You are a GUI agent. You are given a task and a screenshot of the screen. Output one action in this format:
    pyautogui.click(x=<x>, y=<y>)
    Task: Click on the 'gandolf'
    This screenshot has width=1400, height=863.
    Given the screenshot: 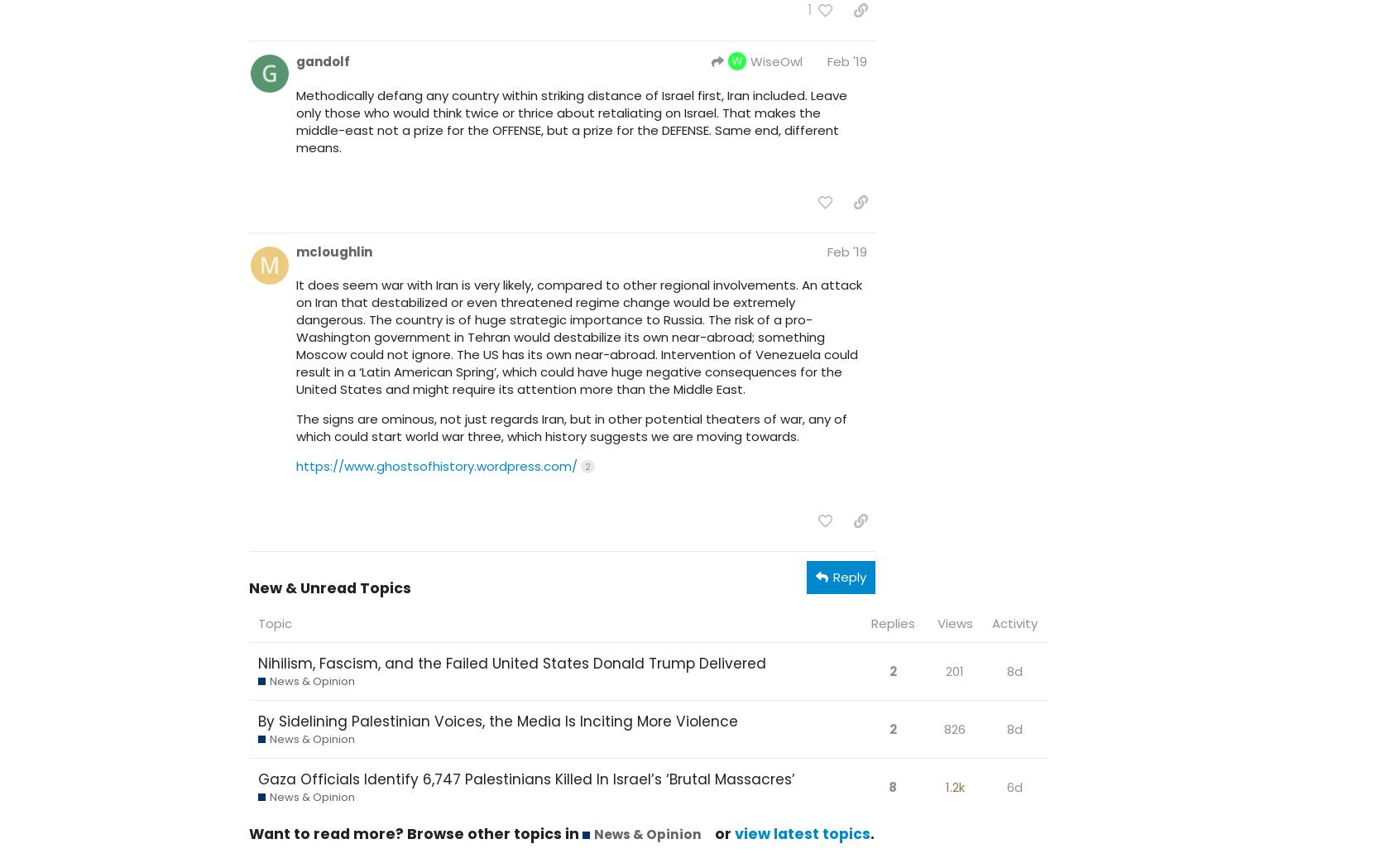 What is the action you would take?
    pyautogui.click(x=323, y=60)
    